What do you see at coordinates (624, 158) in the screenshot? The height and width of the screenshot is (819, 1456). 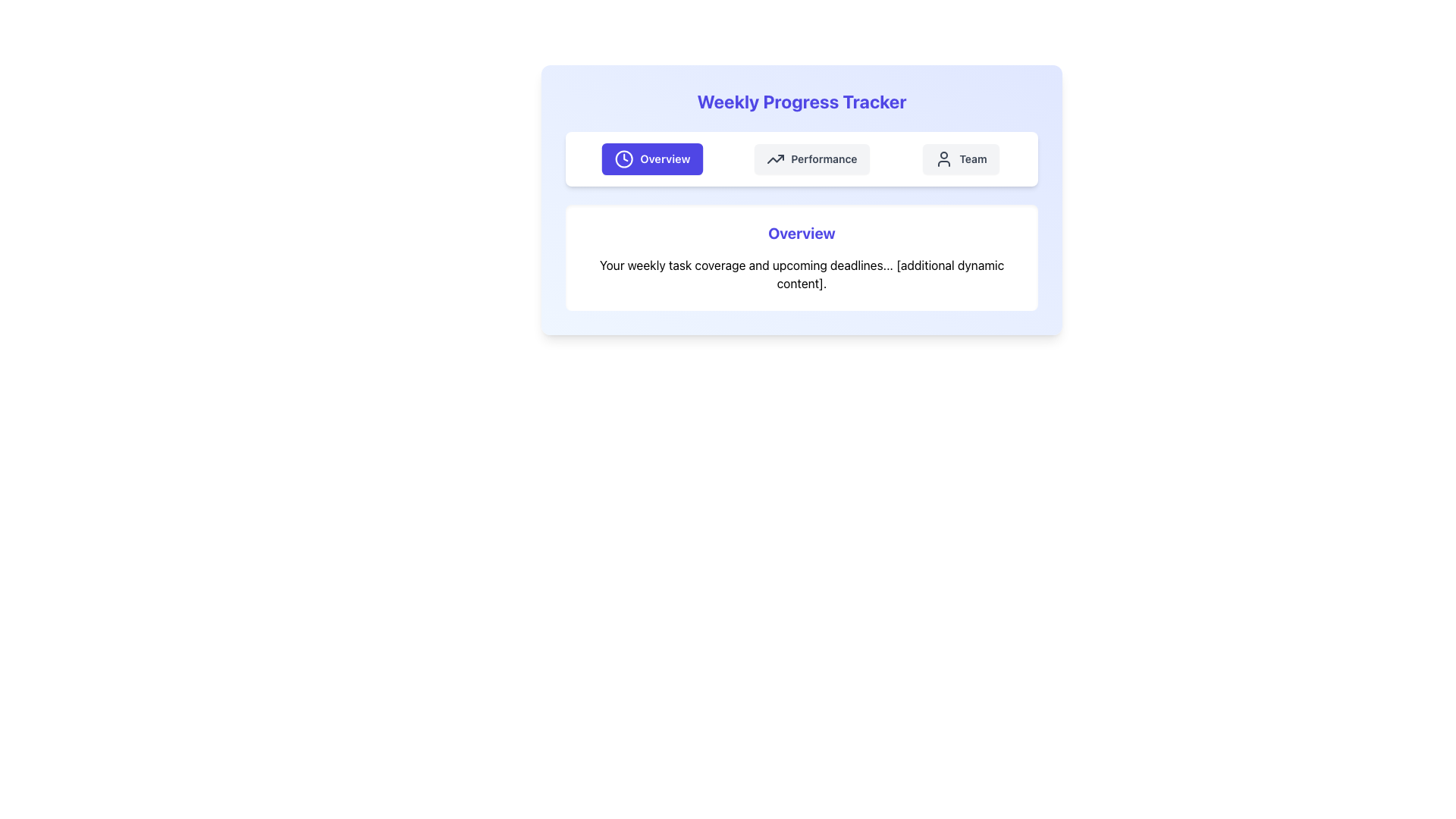 I see `the circular outline representing the clock face within the 'Overview' button icon` at bounding box center [624, 158].